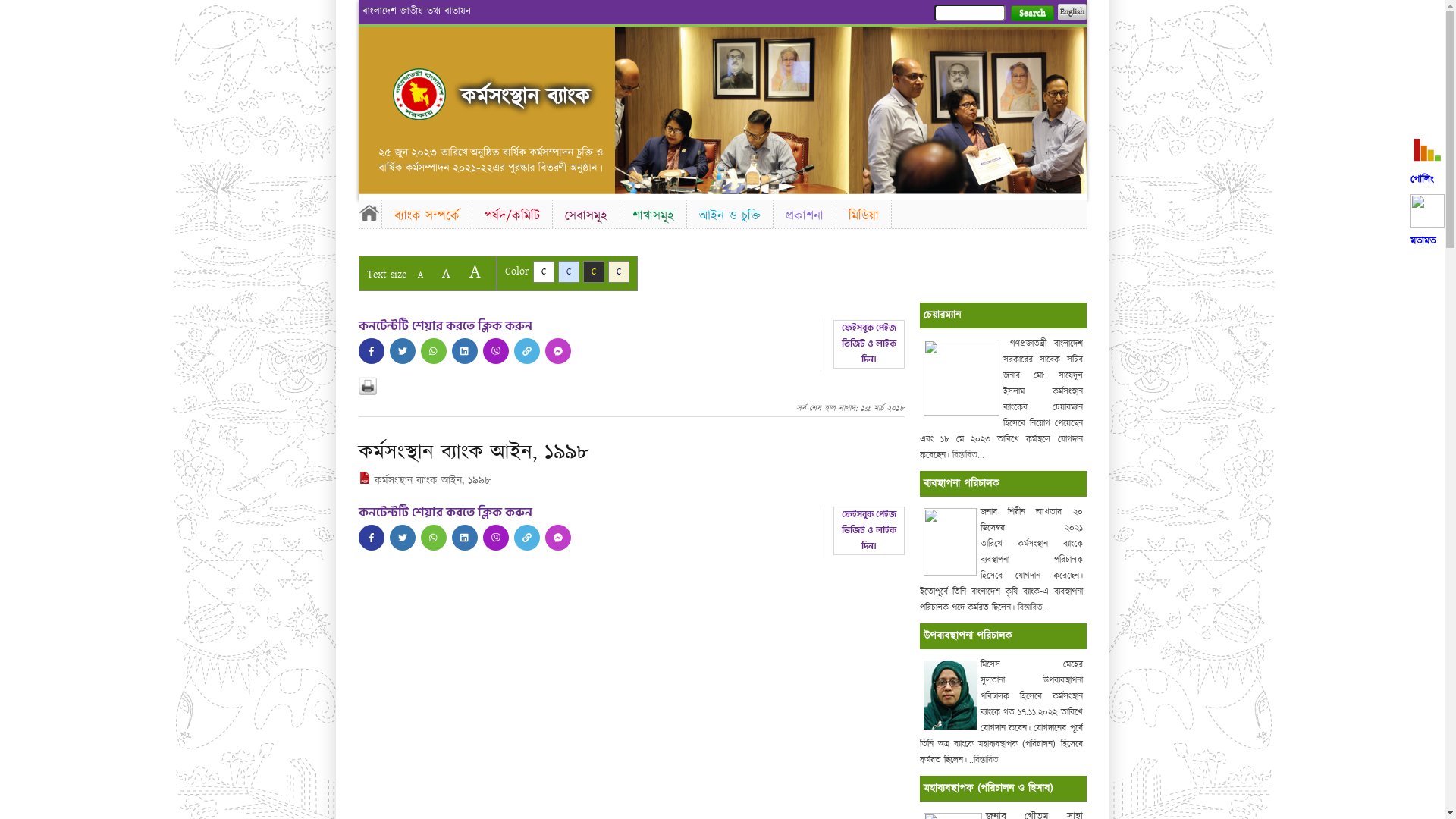 The image size is (1456, 819). I want to click on 'A', so click(473, 271).